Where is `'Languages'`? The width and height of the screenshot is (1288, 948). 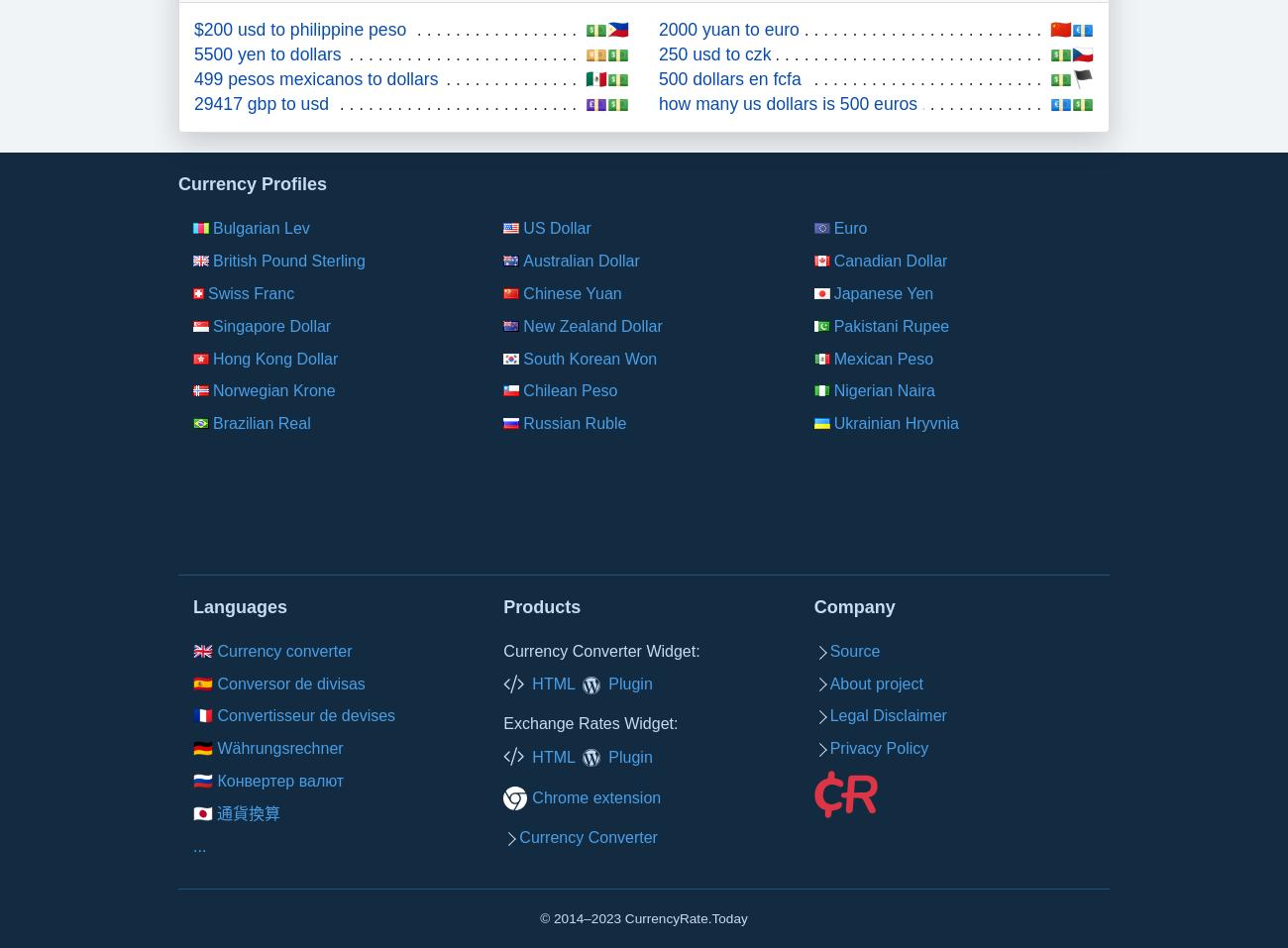
'Languages' is located at coordinates (239, 605).